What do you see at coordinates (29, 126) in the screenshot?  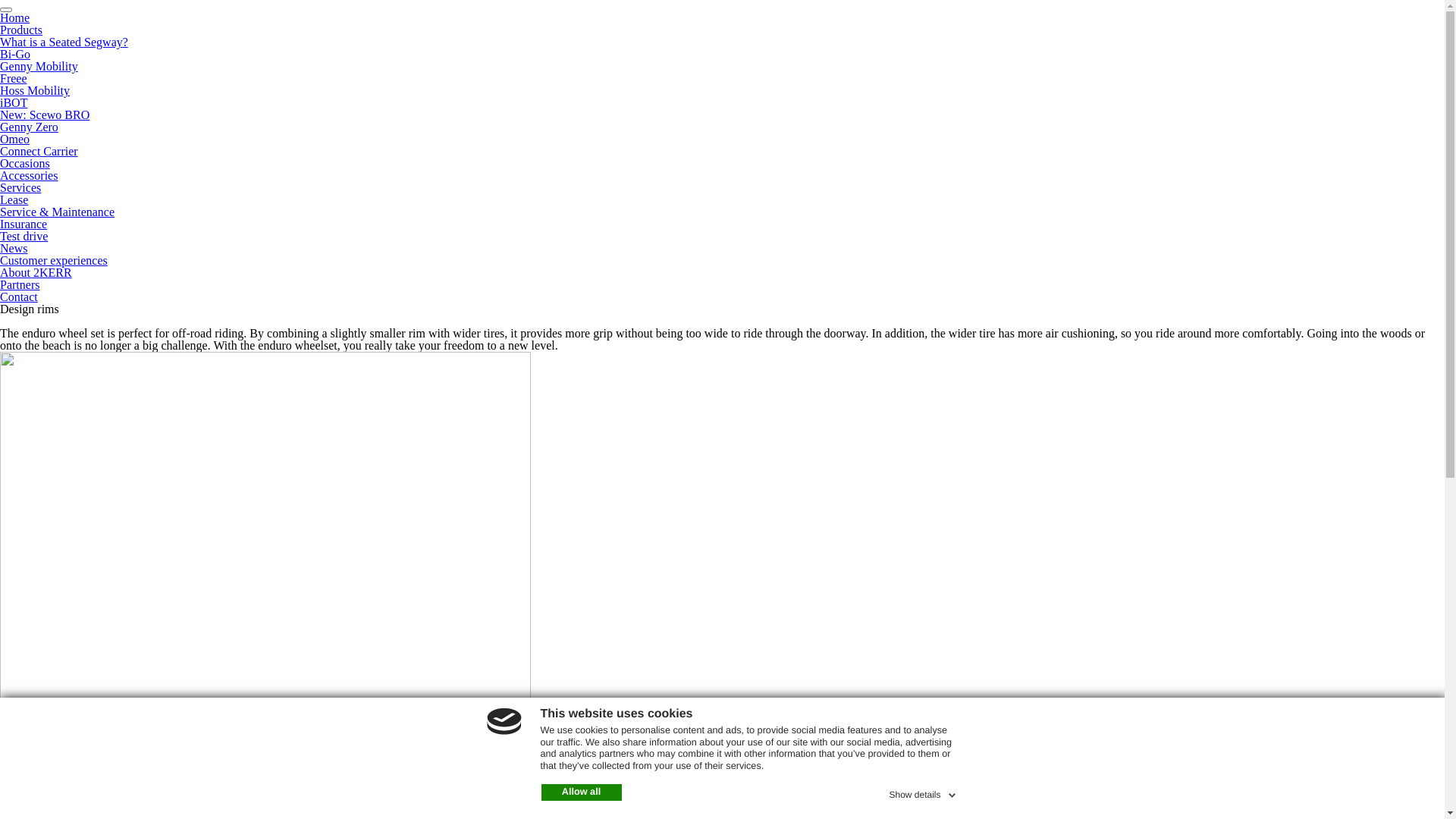 I see `'Genny Zero'` at bounding box center [29, 126].